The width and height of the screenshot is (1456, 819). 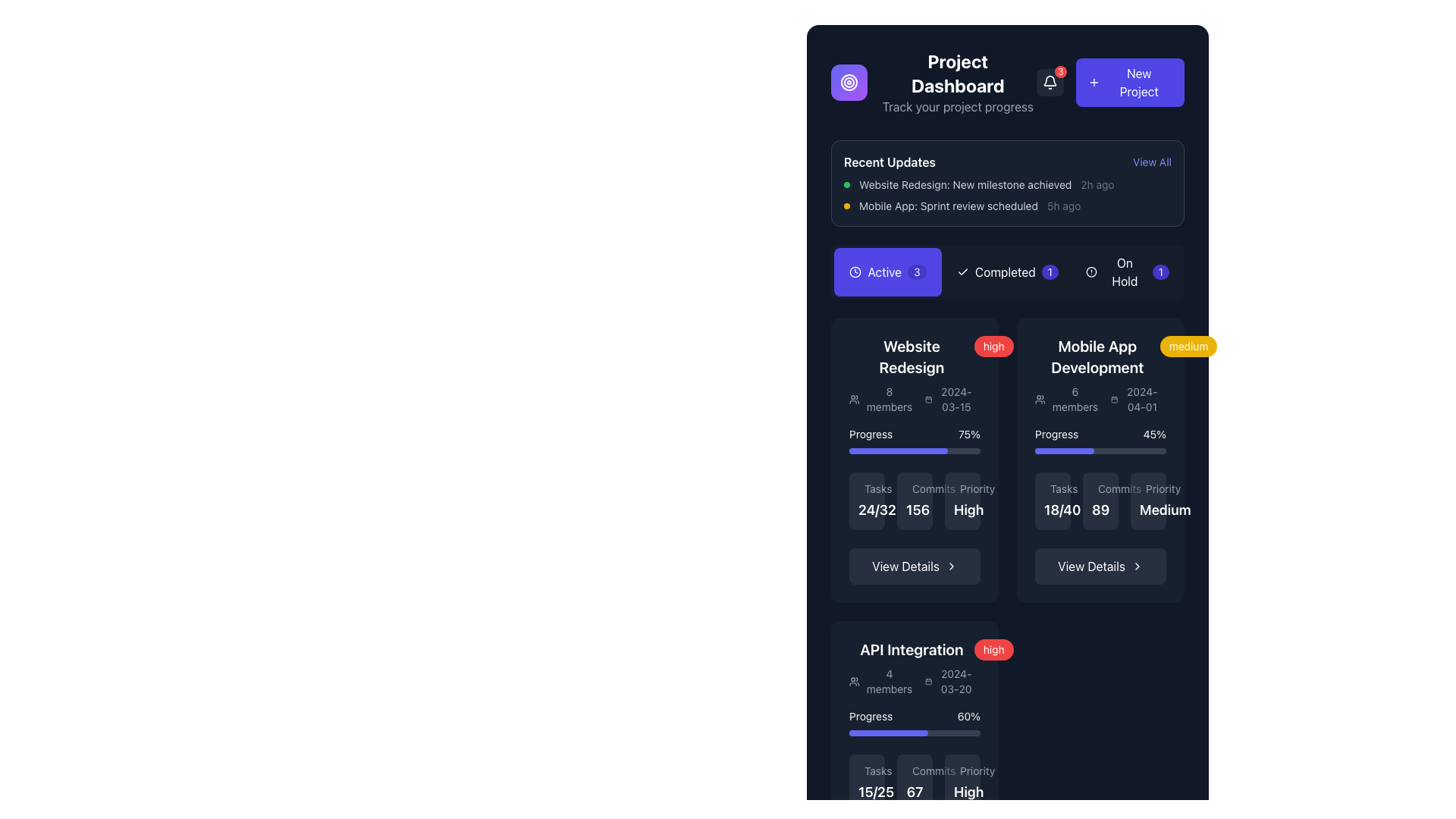 What do you see at coordinates (948, 206) in the screenshot?
I see `the text label displaying 'Mobile App: Sprint review scheduled' located in the 'Recent Updates' section of the interface` at bounding box center [948, 206].